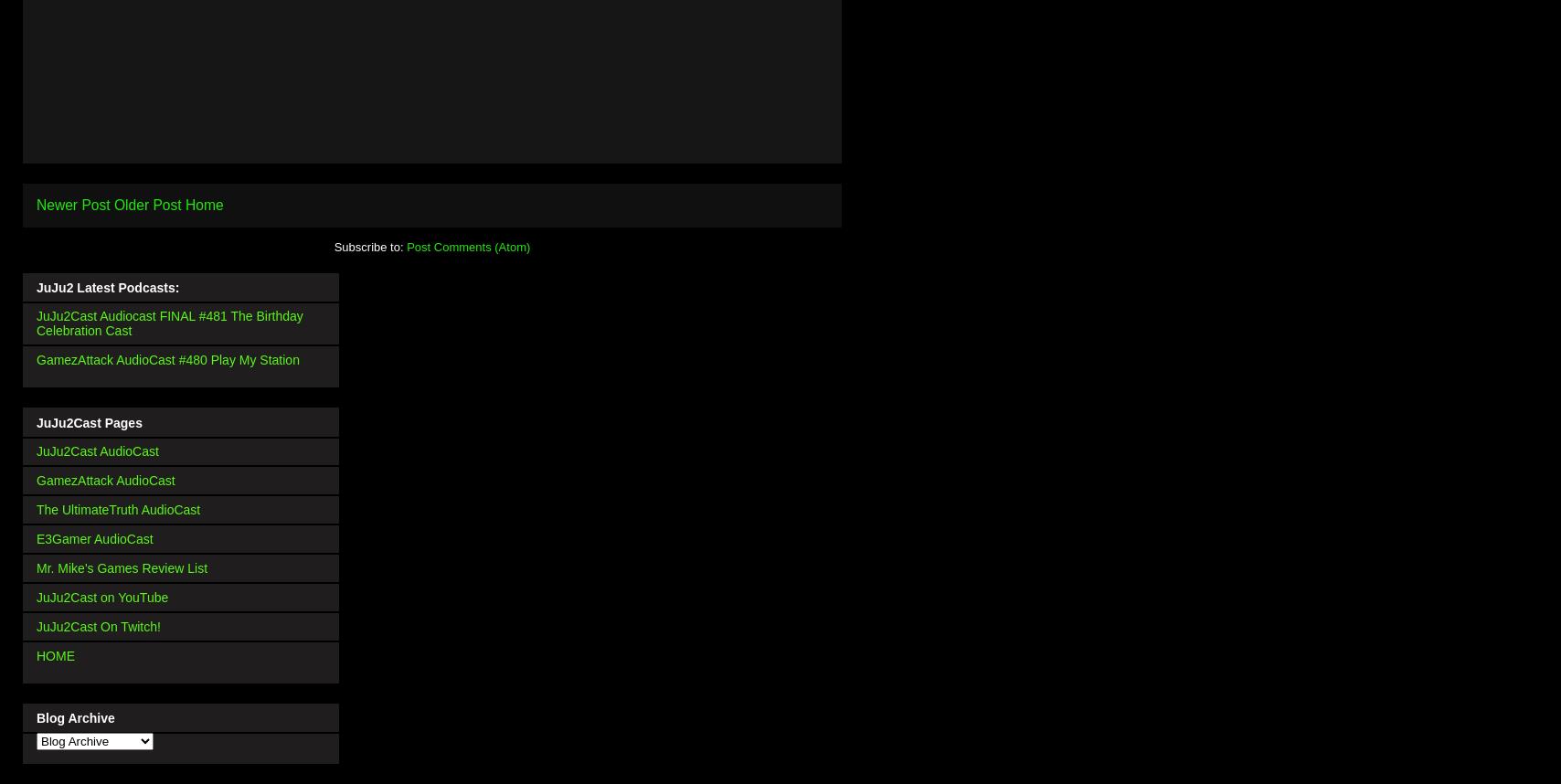 The image size is (1561, 784). What do you see at coordinates (94, 537) in the screenshot?
I see `'E3Gamer AudioCast'` at bounding box center [94, 537].